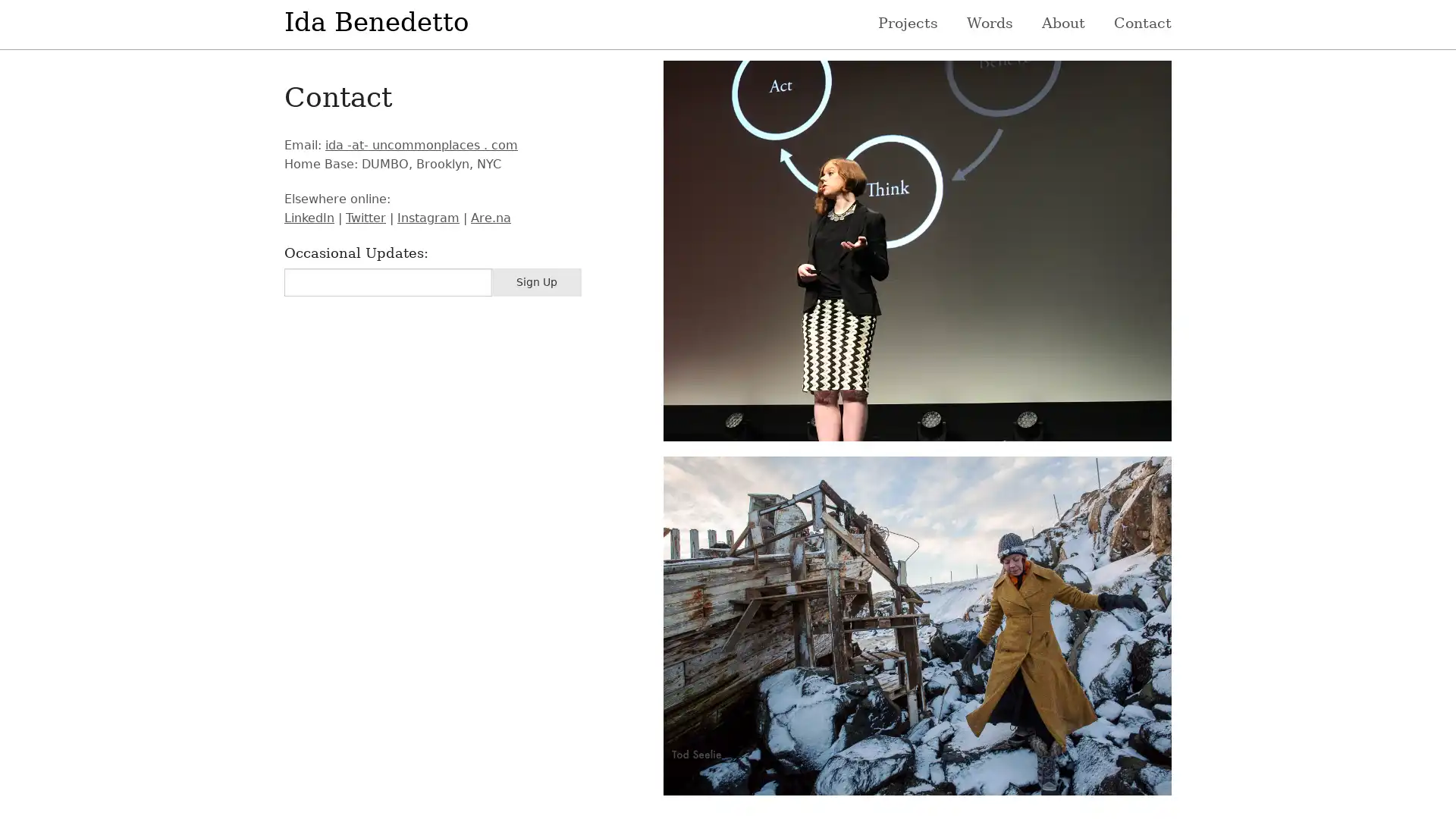 This screenshot has width=1456, height=819. I want to click on Sign Up, so click(536, 282).